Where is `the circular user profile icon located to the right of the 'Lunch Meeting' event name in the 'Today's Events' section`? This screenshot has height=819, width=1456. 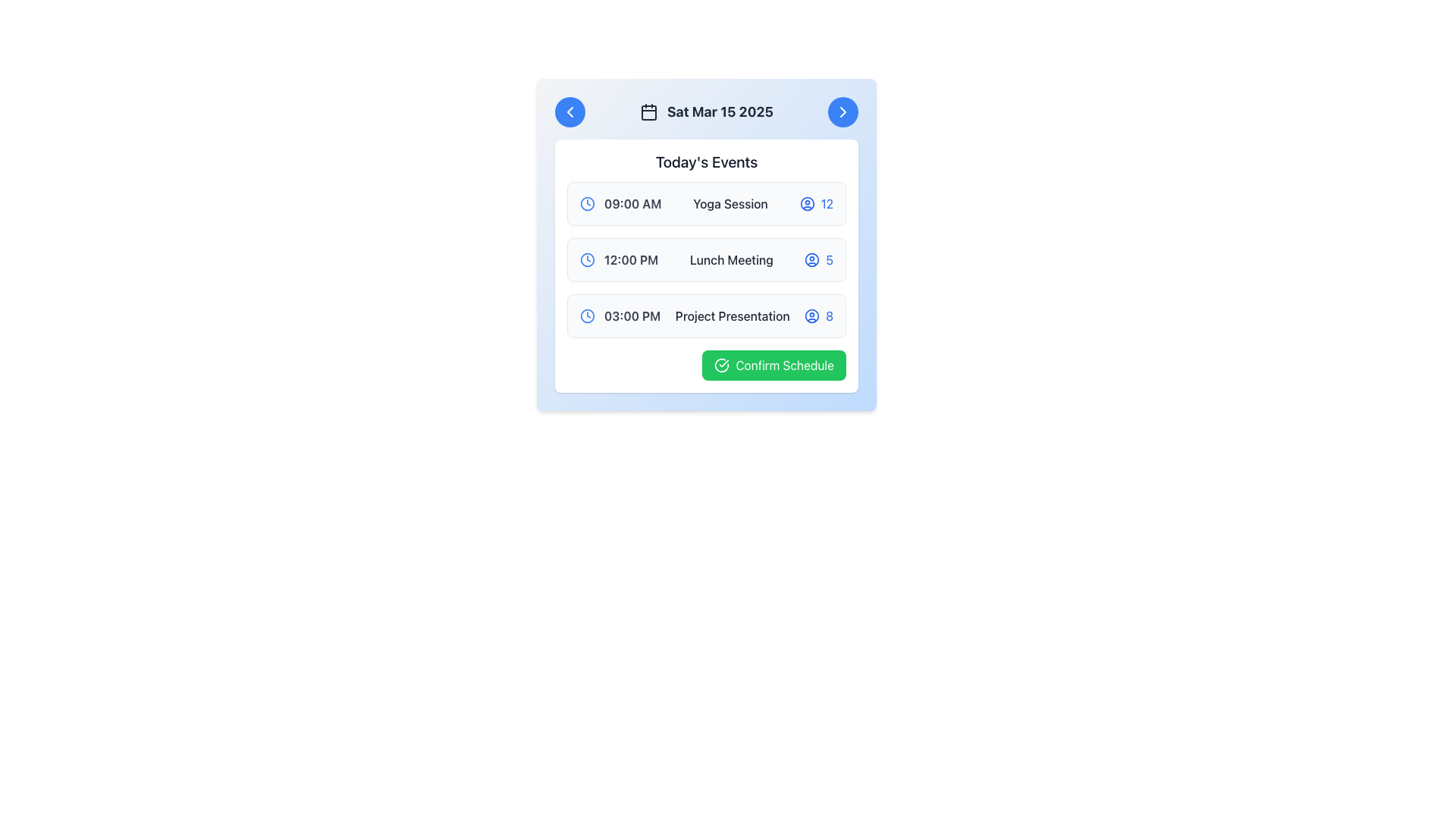
the circular user profile icon located to the right of the 'Lunch Meeting' event name in the 'Today's Events' section is located at coordinates (811, 259).